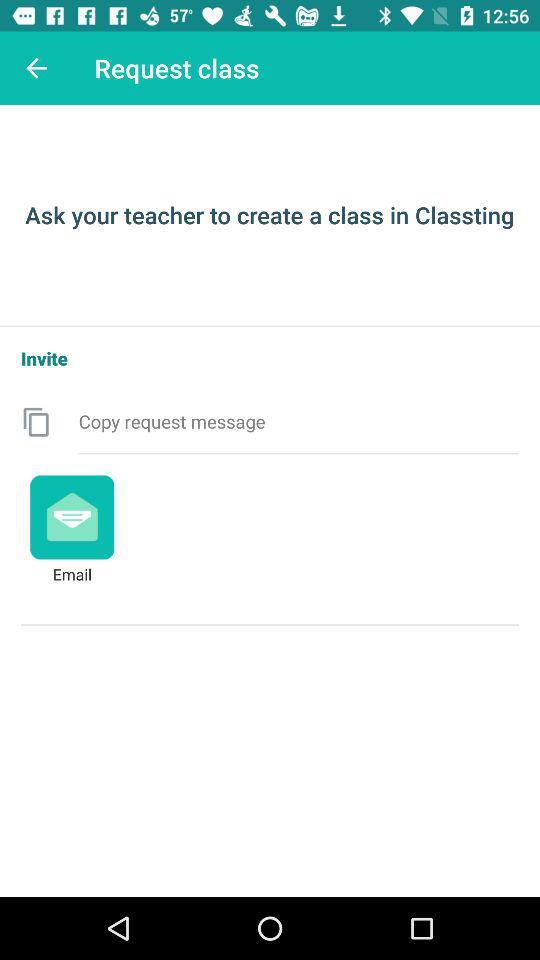  Describe the element at coordinates (36, 68) in the screenshot. I see `icon next to the request class` at that location.